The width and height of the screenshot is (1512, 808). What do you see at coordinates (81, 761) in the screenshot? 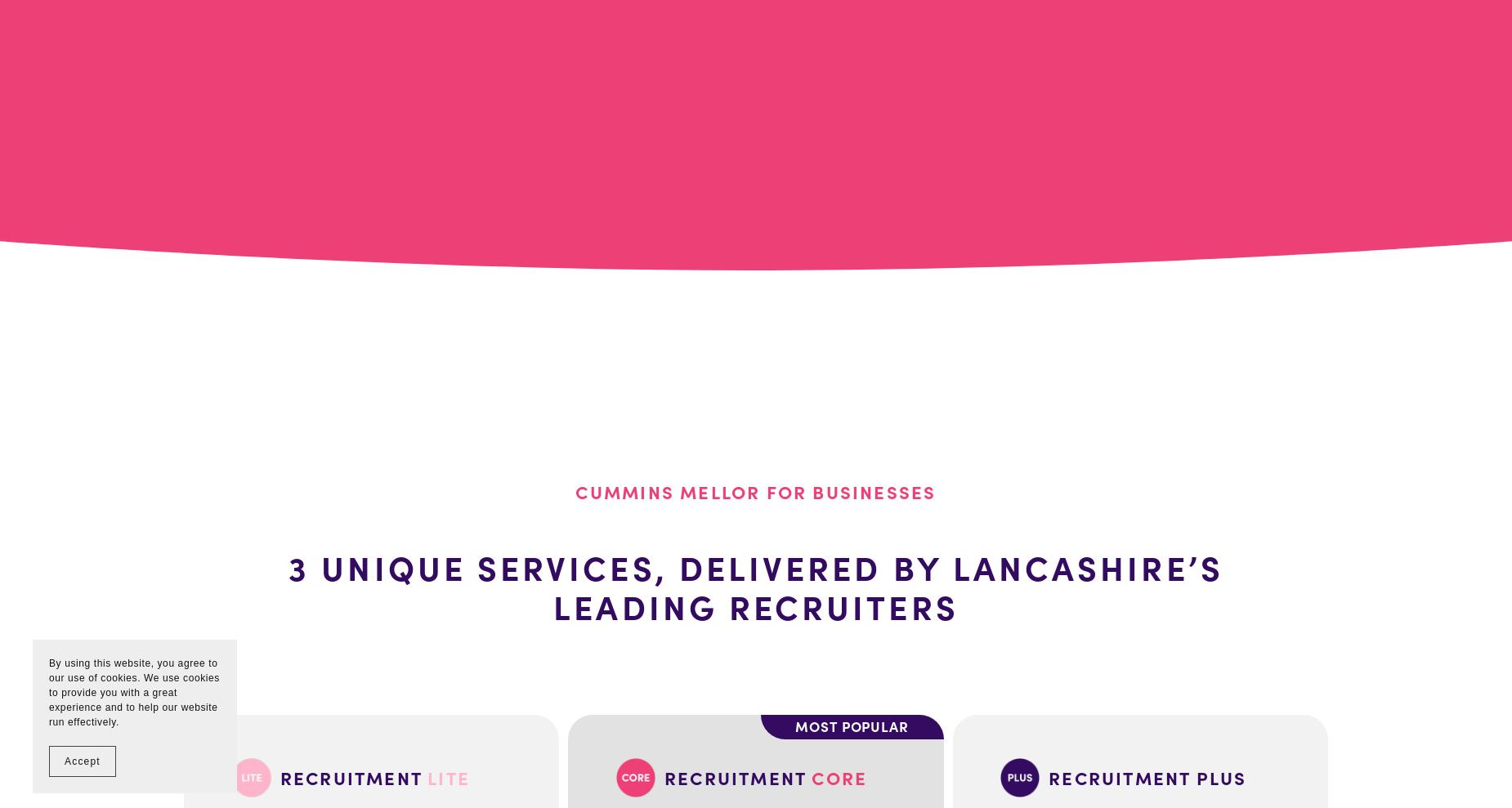
I see `'Accept'` at bounding box center [81, 761].